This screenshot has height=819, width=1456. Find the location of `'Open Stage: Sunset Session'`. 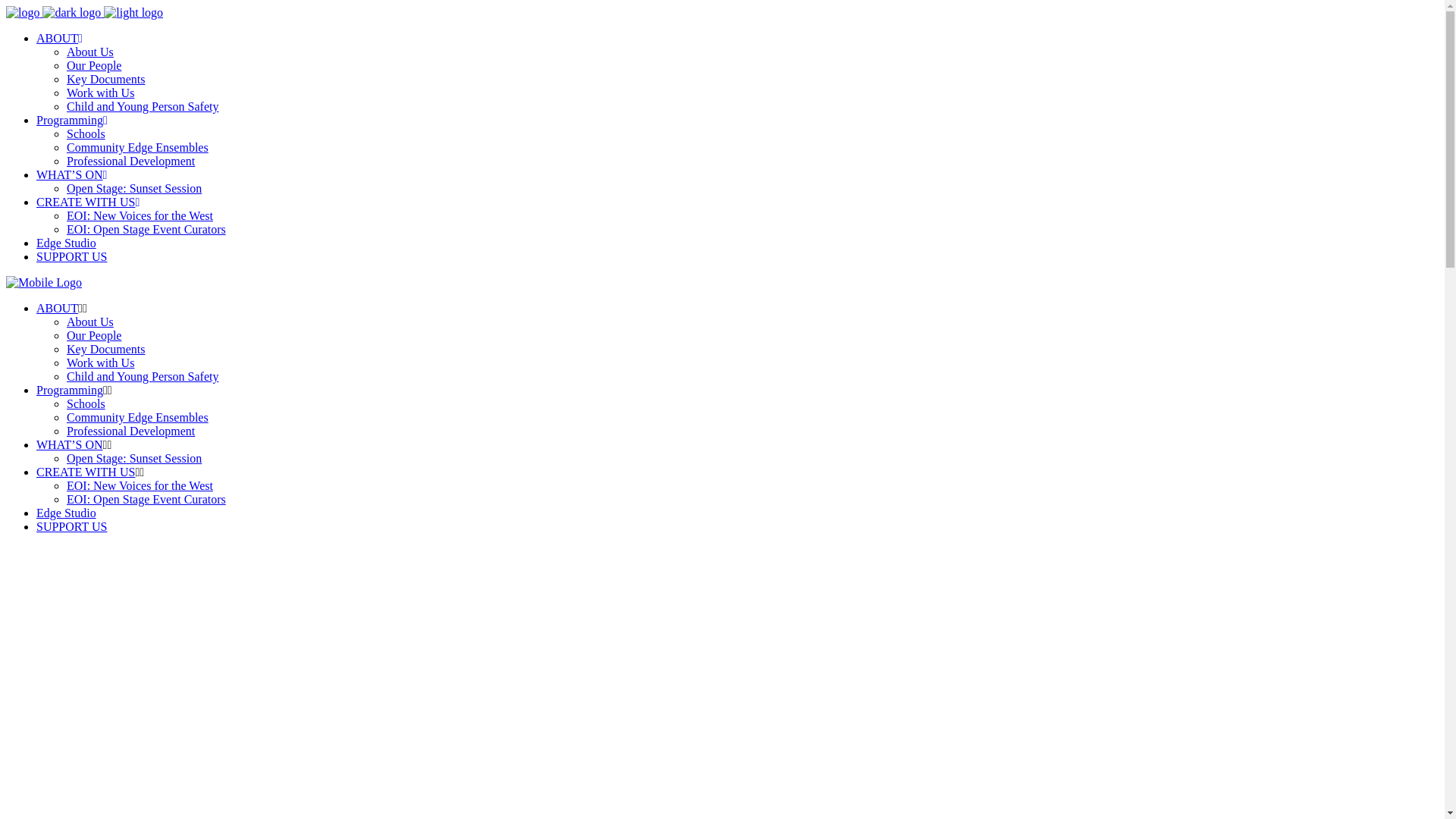

'Open Stage: Sunset Session' is located at coordinates (134, 457).